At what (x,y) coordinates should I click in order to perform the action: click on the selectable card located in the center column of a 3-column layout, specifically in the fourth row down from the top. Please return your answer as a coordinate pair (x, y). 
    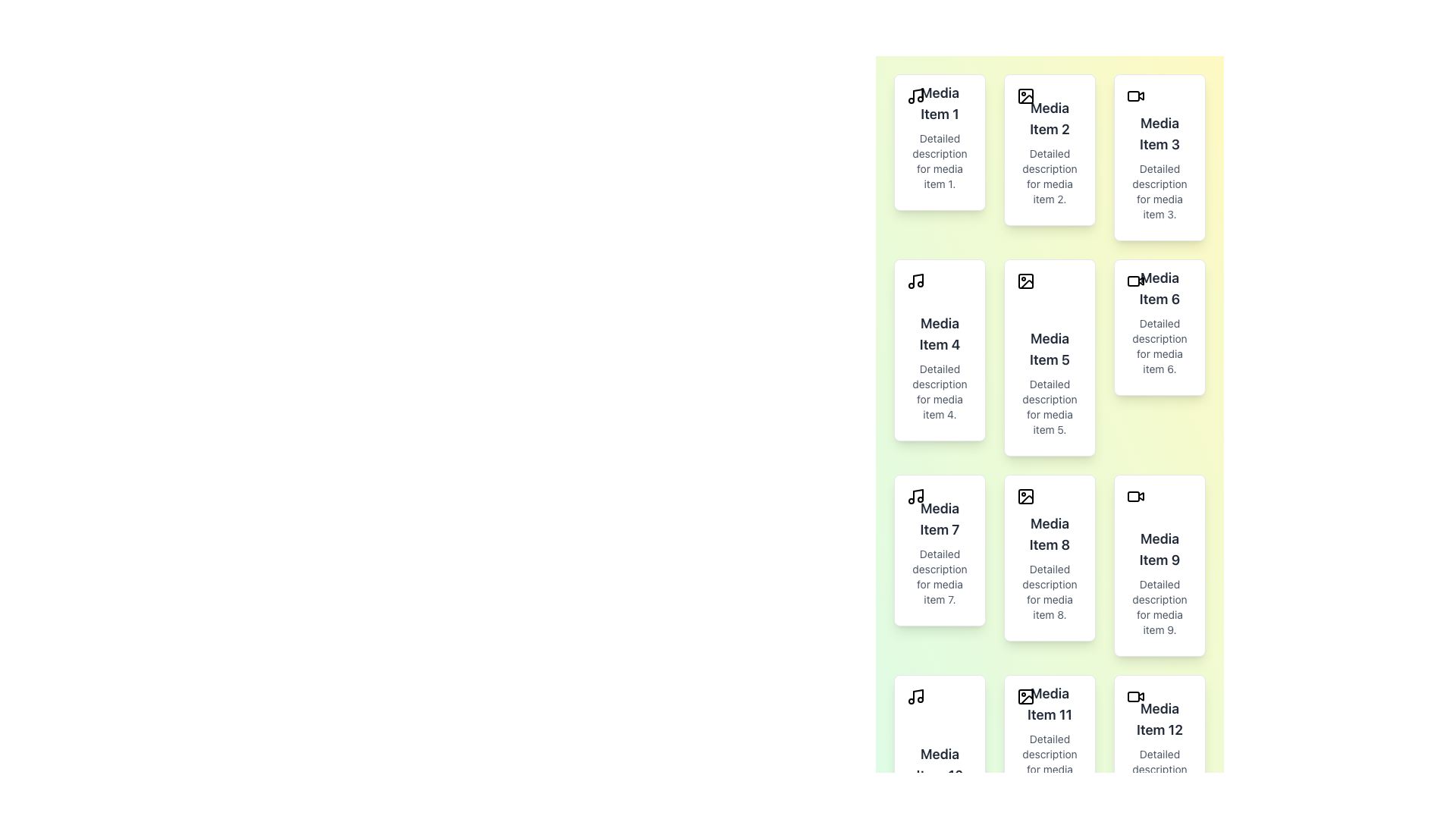
    Looking at the image, I should click on (1159, 565).